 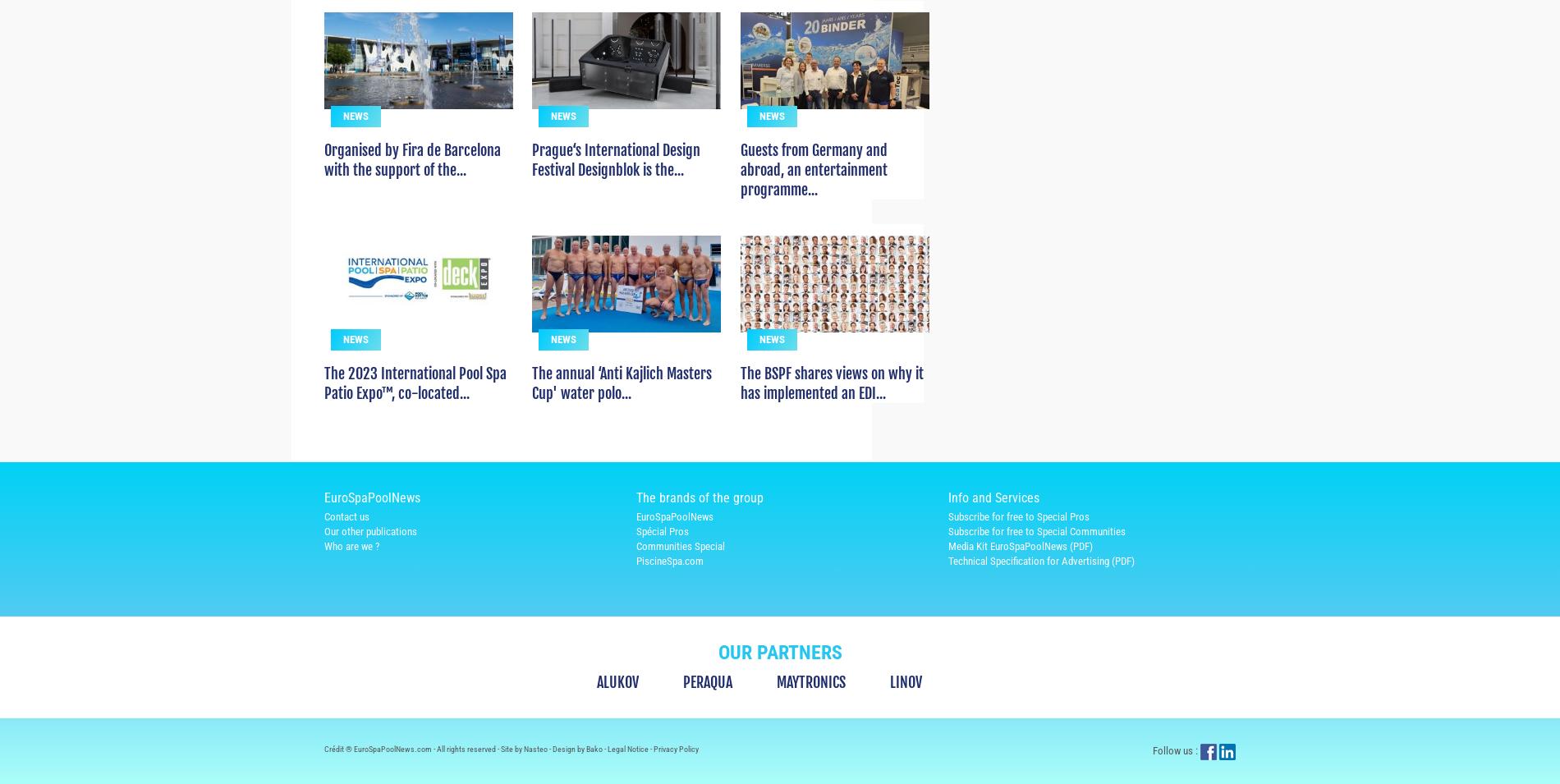 What do you see at coordinates (993, 526) in the screenshot?
I see `'Info and Services'` at bounding box center [993, 526].